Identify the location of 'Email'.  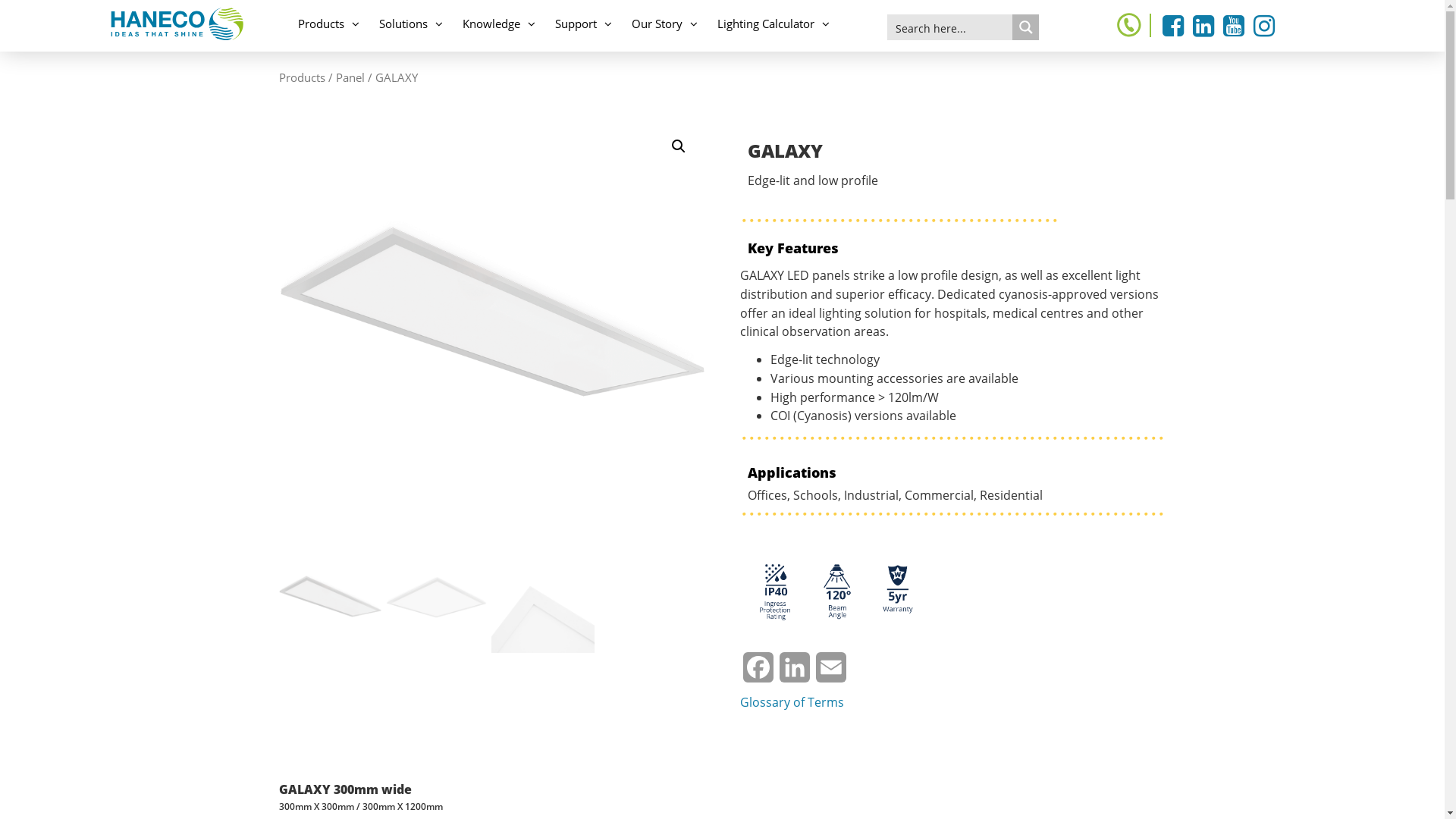
(830, 672).